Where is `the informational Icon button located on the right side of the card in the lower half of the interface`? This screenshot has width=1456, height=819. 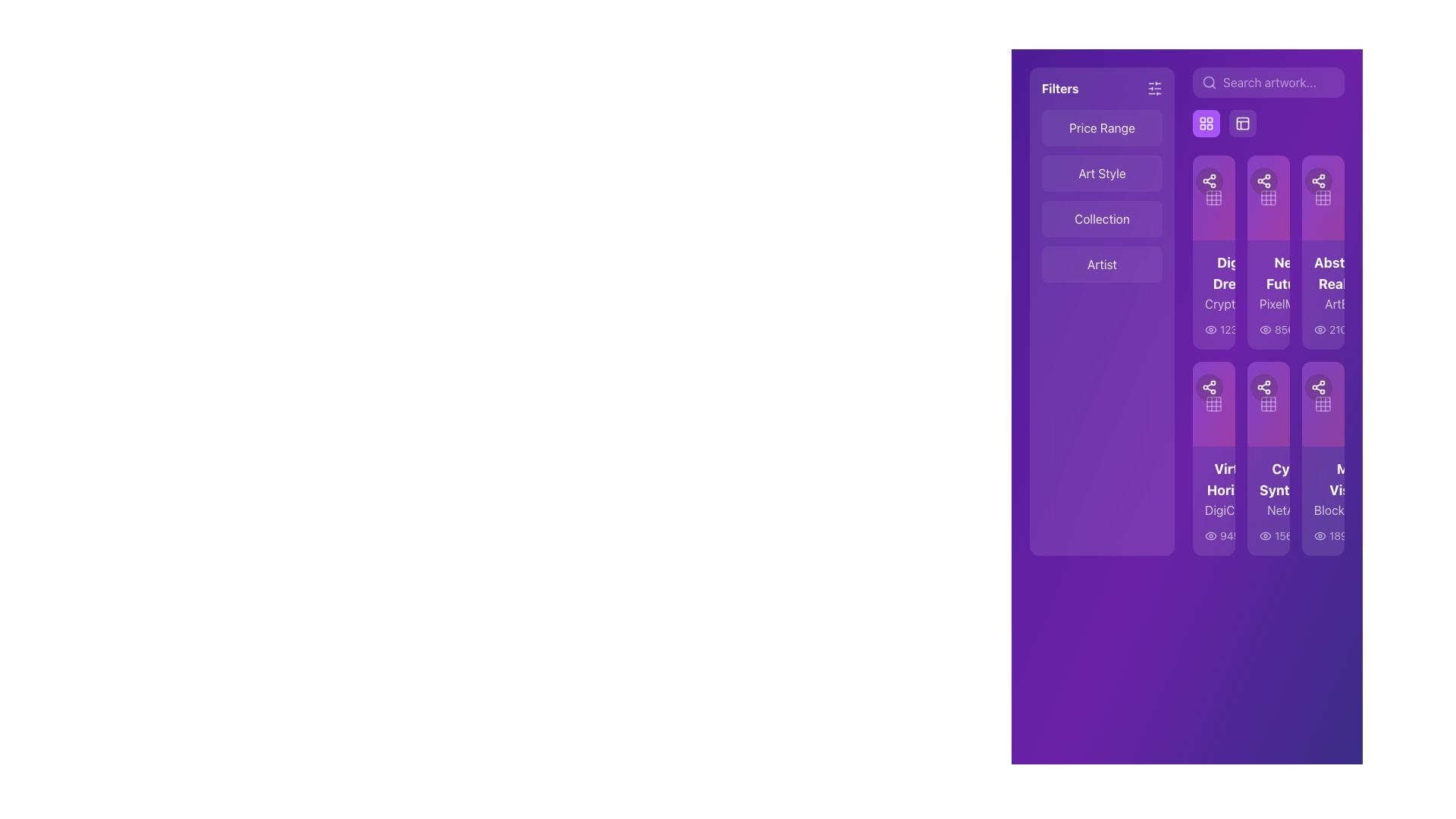 the informational Icon button located on the right side of the card in the lower half of the interface is located at coordinates (1278, 329).